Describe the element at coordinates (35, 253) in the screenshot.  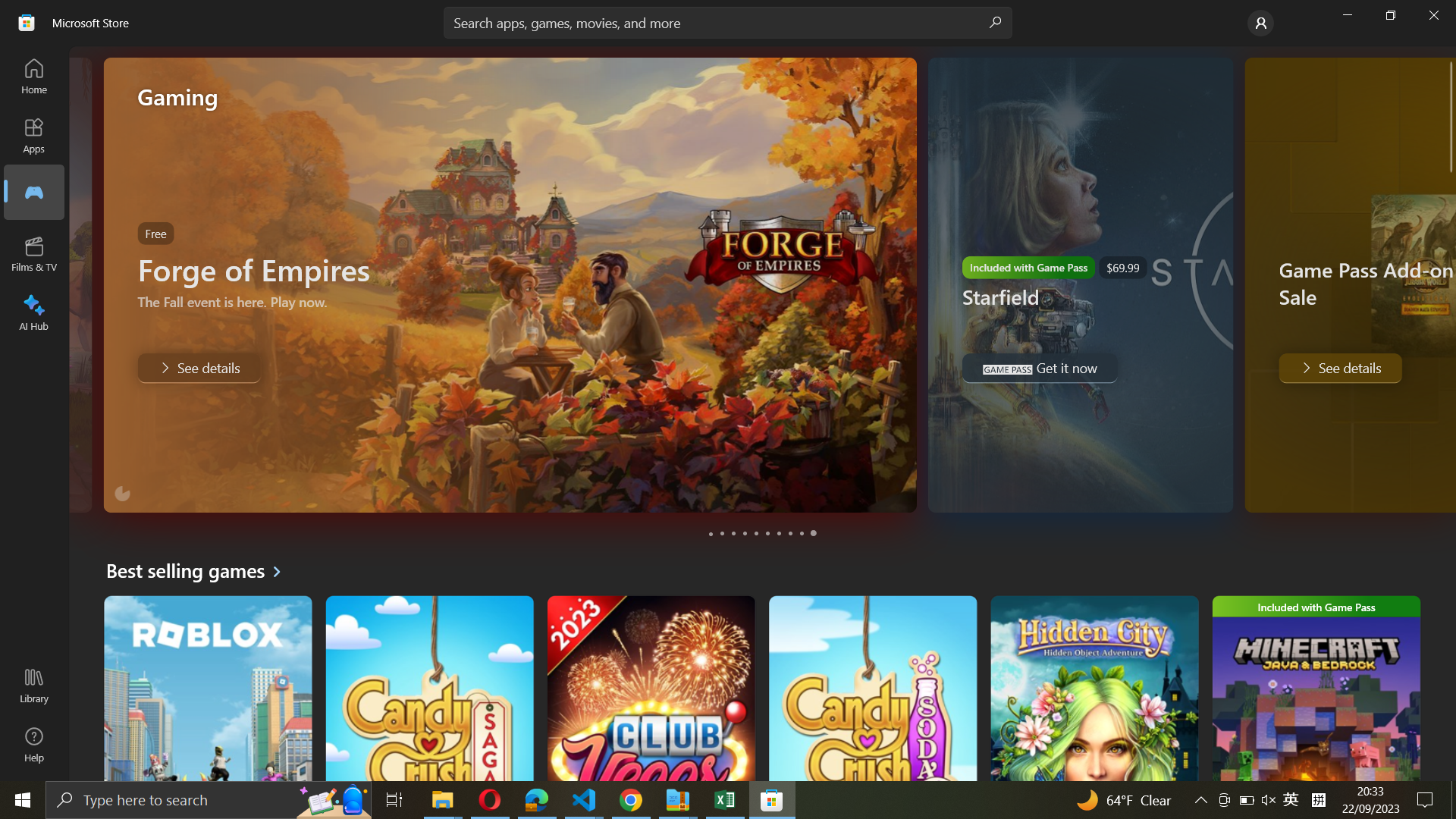
I see `Go to Films & TV section` at that location.